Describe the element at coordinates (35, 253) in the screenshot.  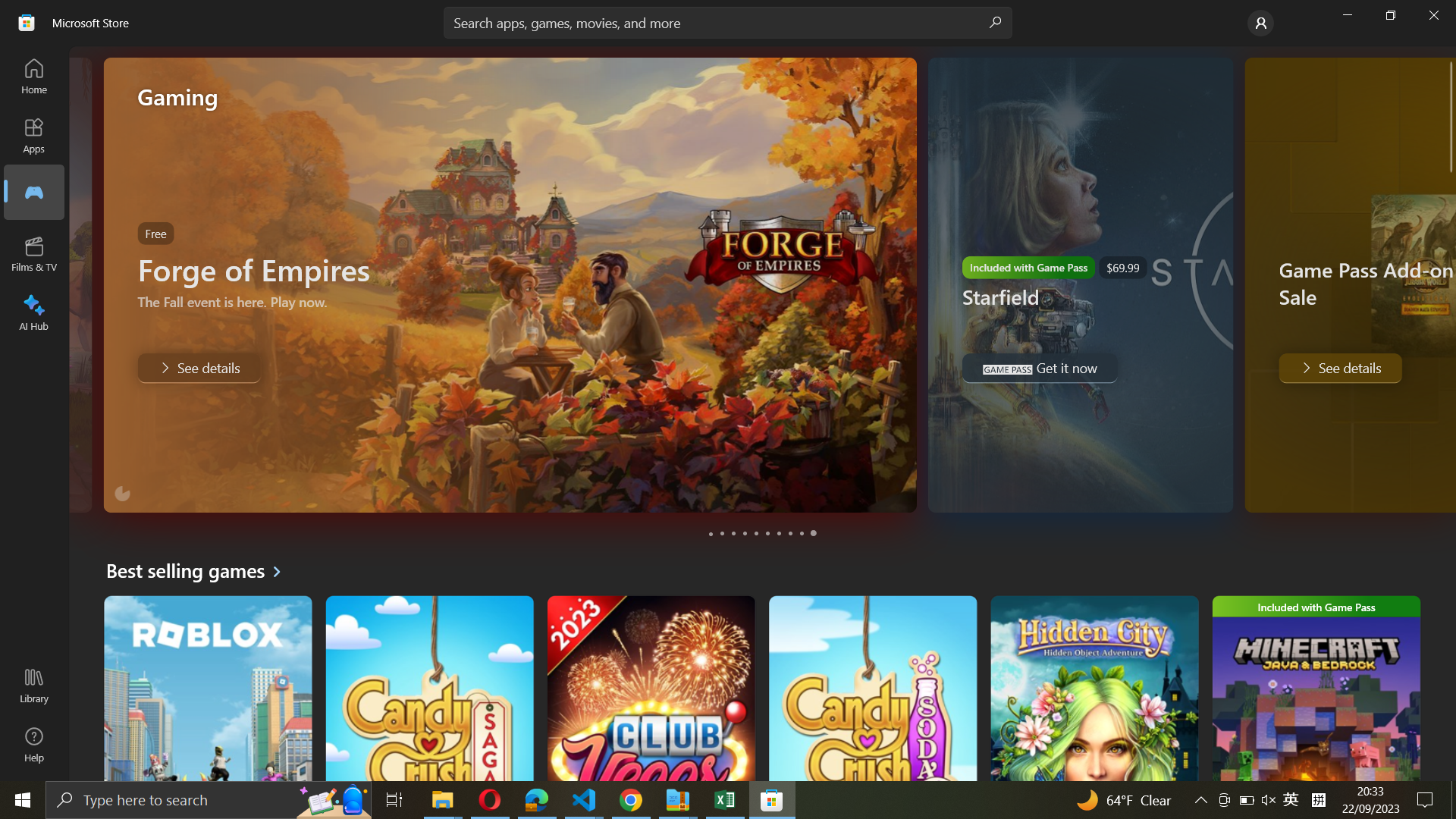
I see `Go to Films & TV section` at that location.